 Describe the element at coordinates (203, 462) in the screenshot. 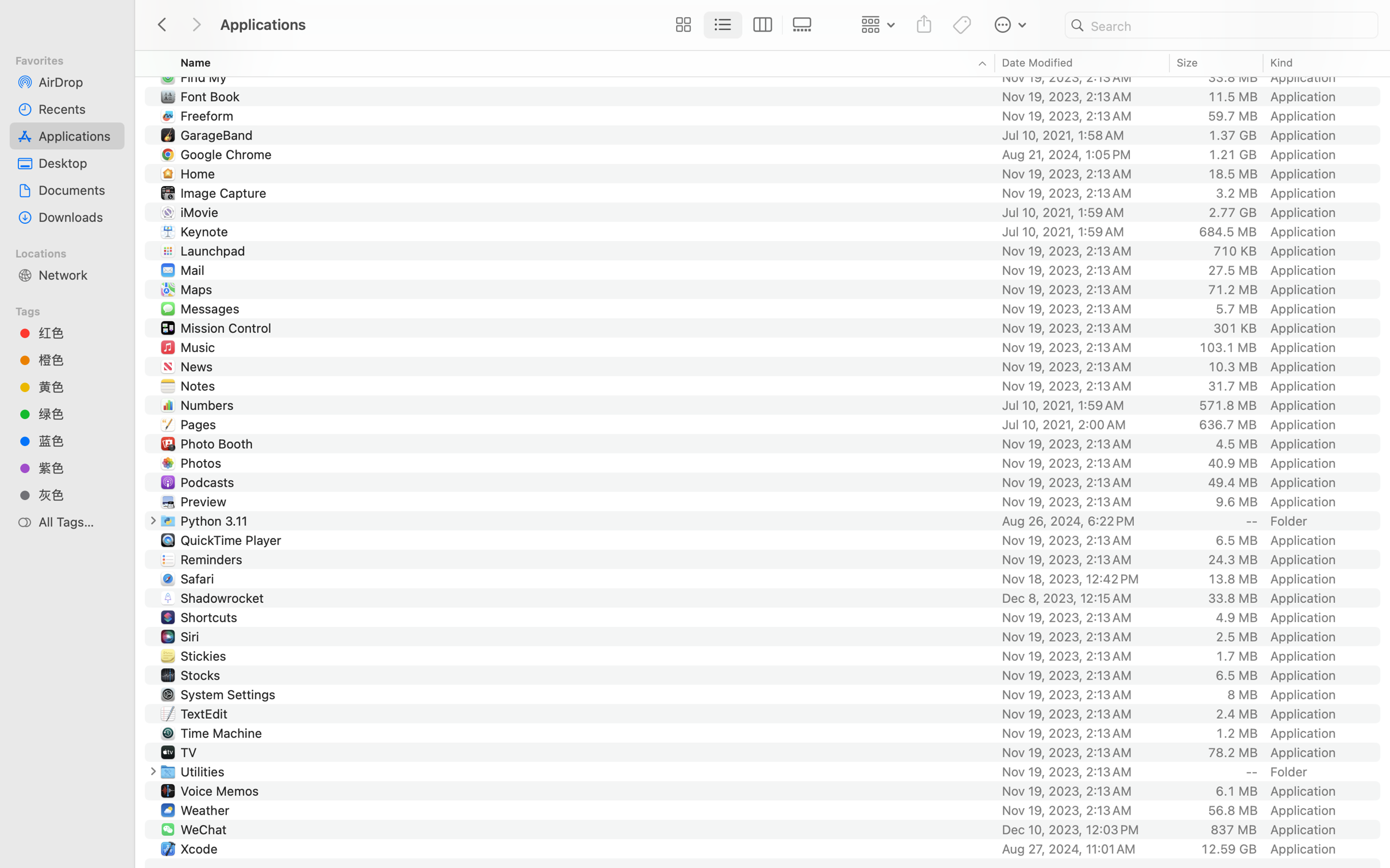

I see `'Photos'` at that location.